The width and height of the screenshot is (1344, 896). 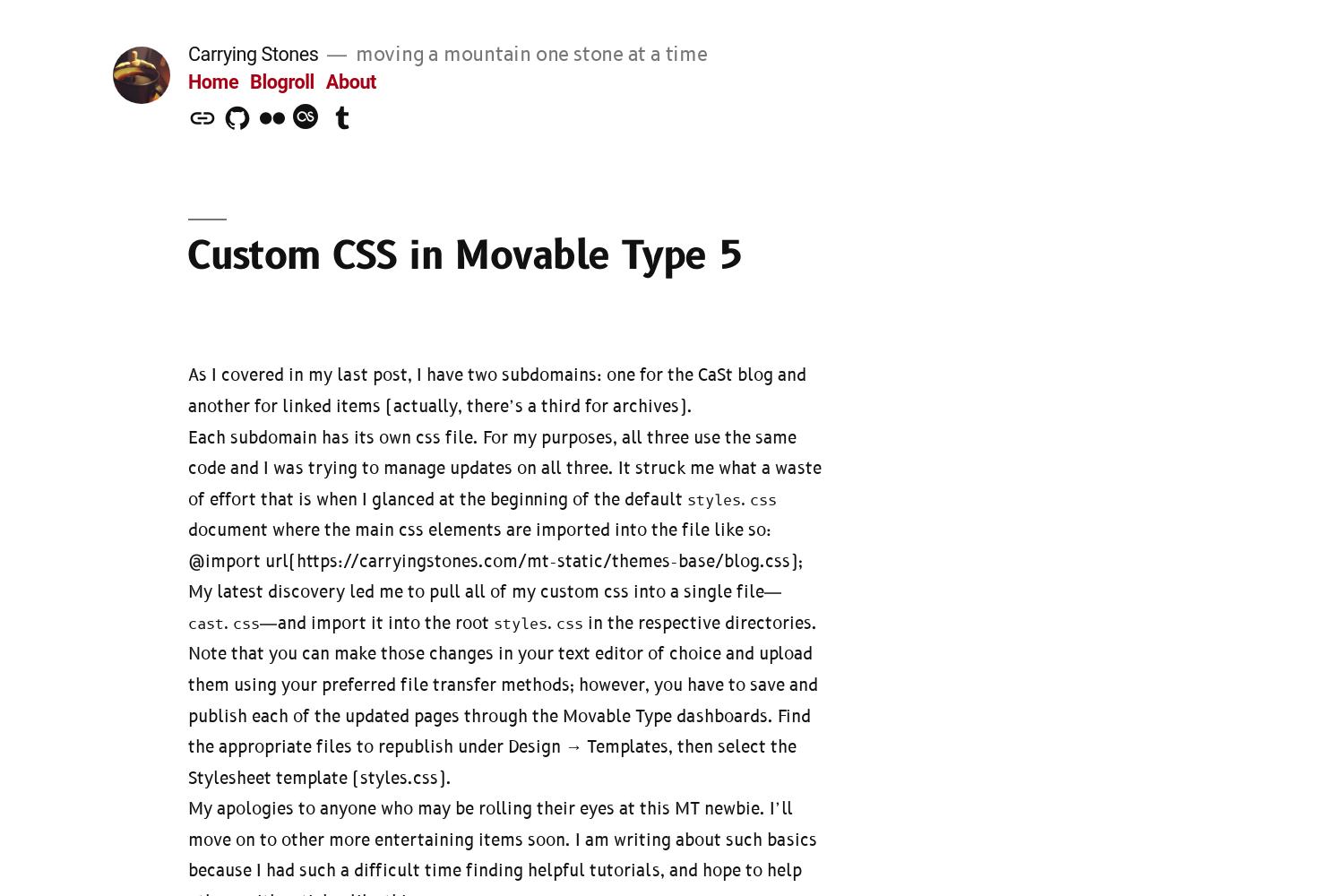 I want to click on 'Home', so click(x=212, y=80).